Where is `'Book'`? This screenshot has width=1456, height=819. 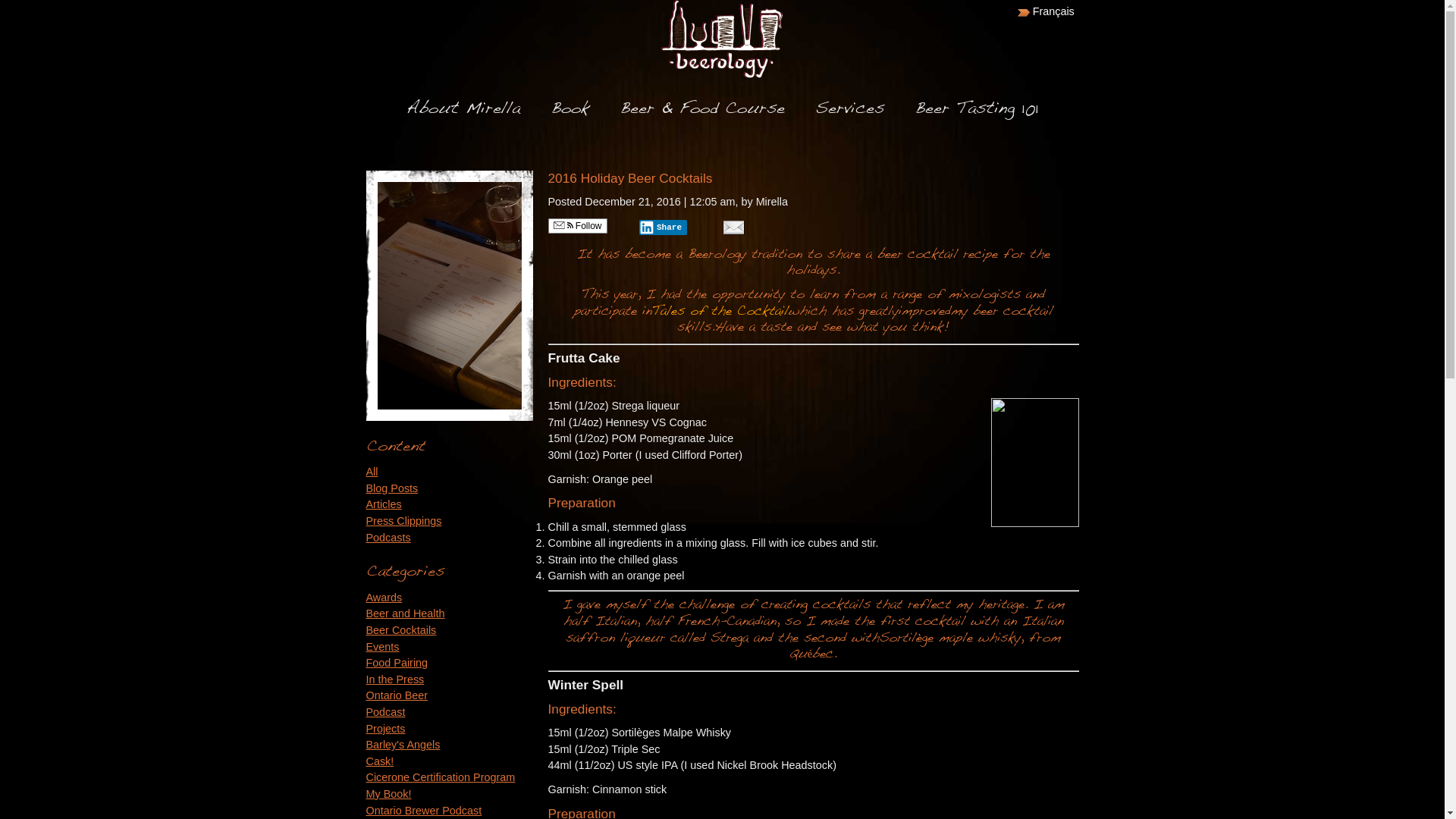 'Book' is located at coordinates (569, 108).